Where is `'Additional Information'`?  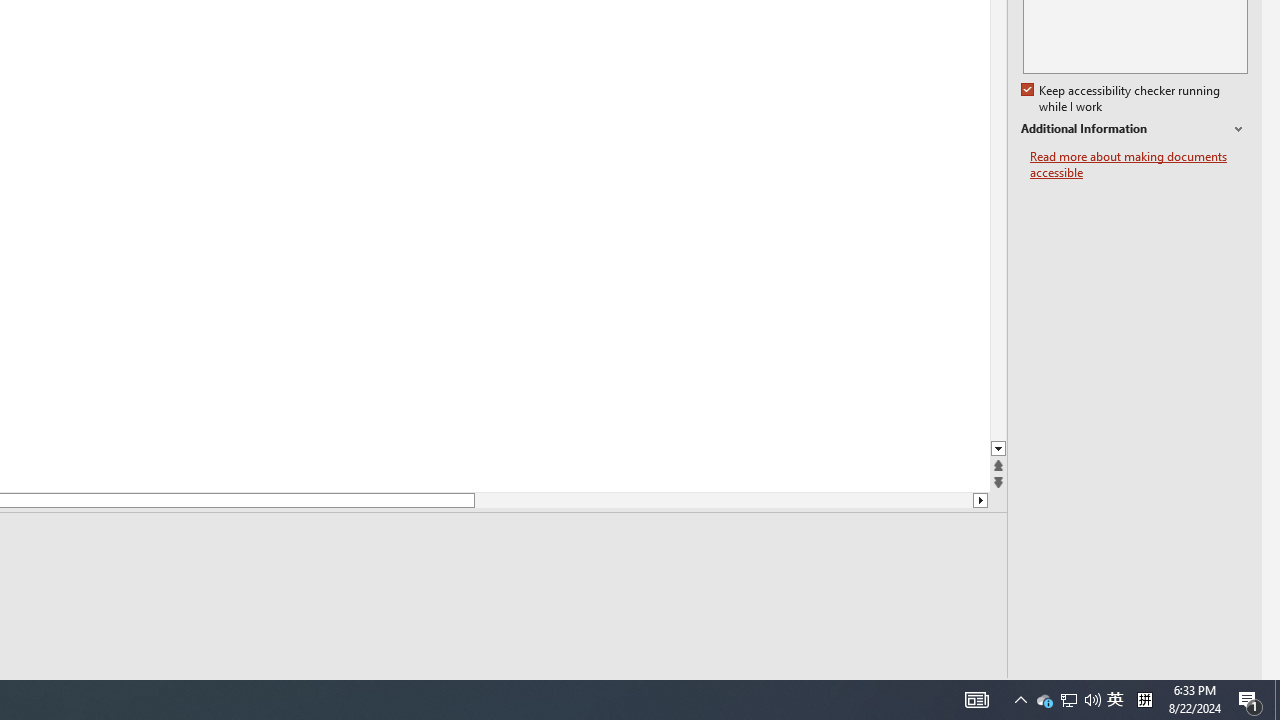
'Additional Information' is located at coordinates (1134, 129).